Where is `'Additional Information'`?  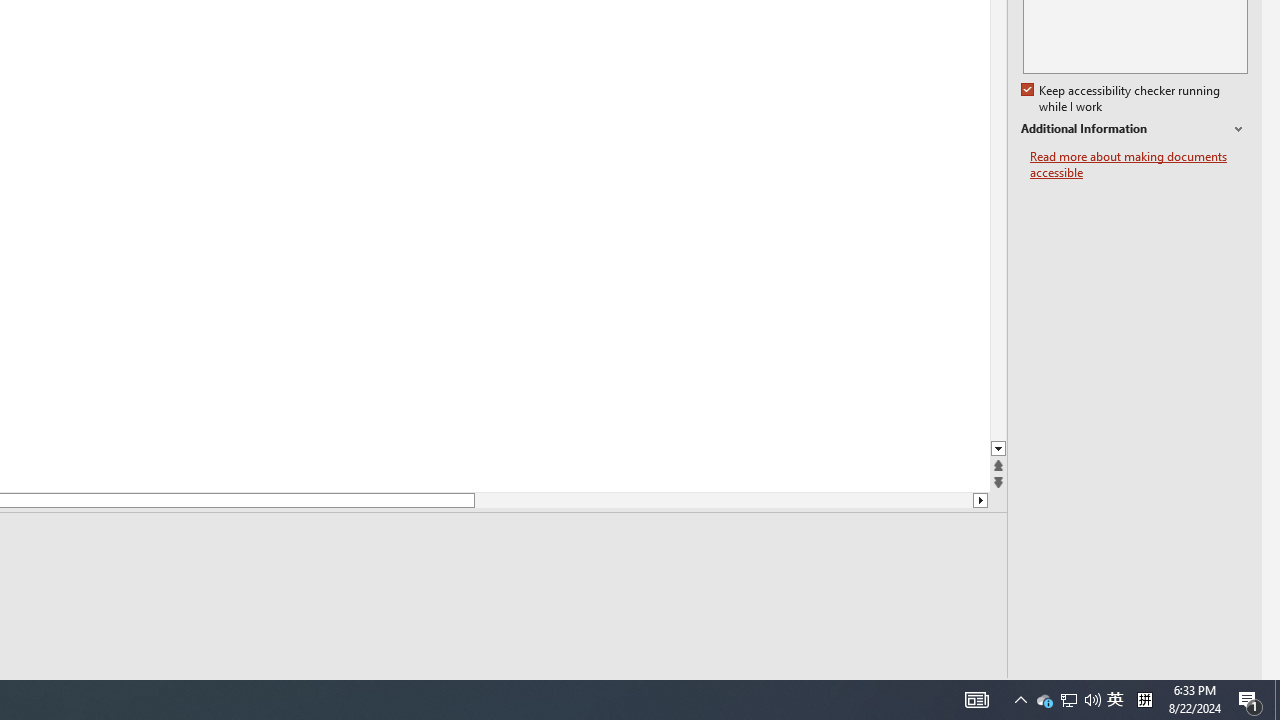
'Additional Information' is located at coordinates (1134, 129).